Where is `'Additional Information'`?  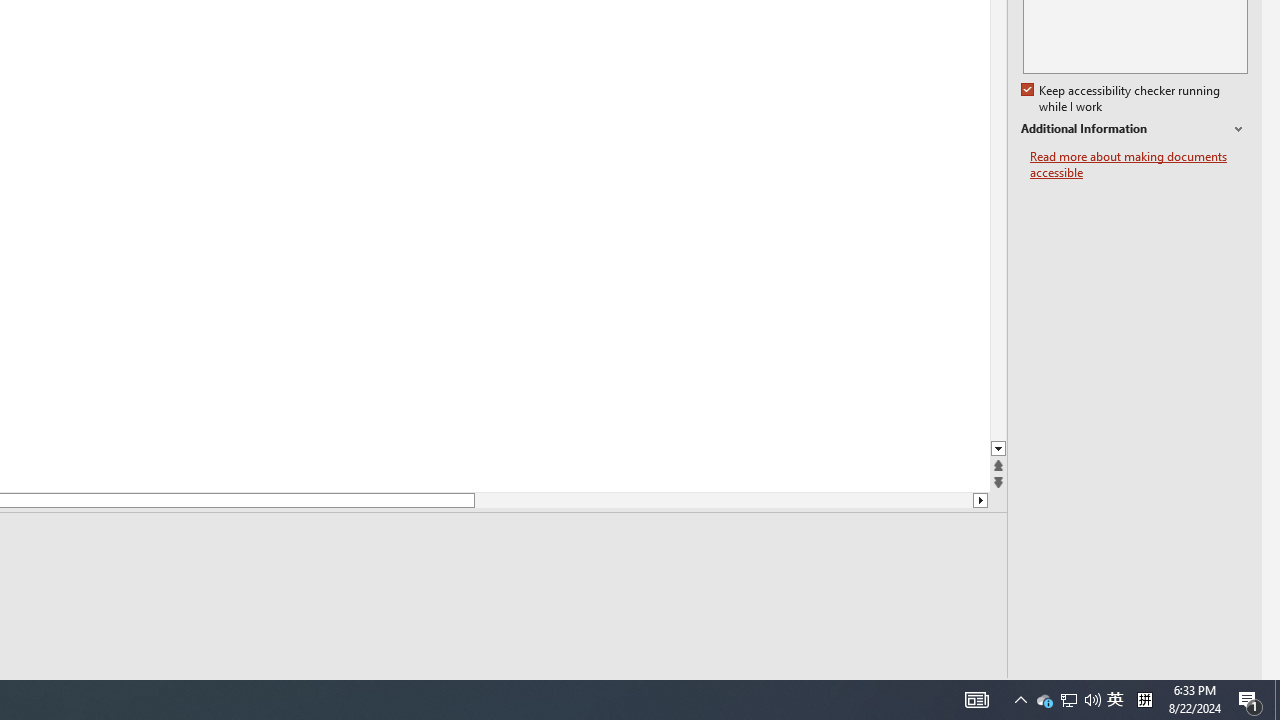
'Additional Information' is located at coordinates (1134, 129).